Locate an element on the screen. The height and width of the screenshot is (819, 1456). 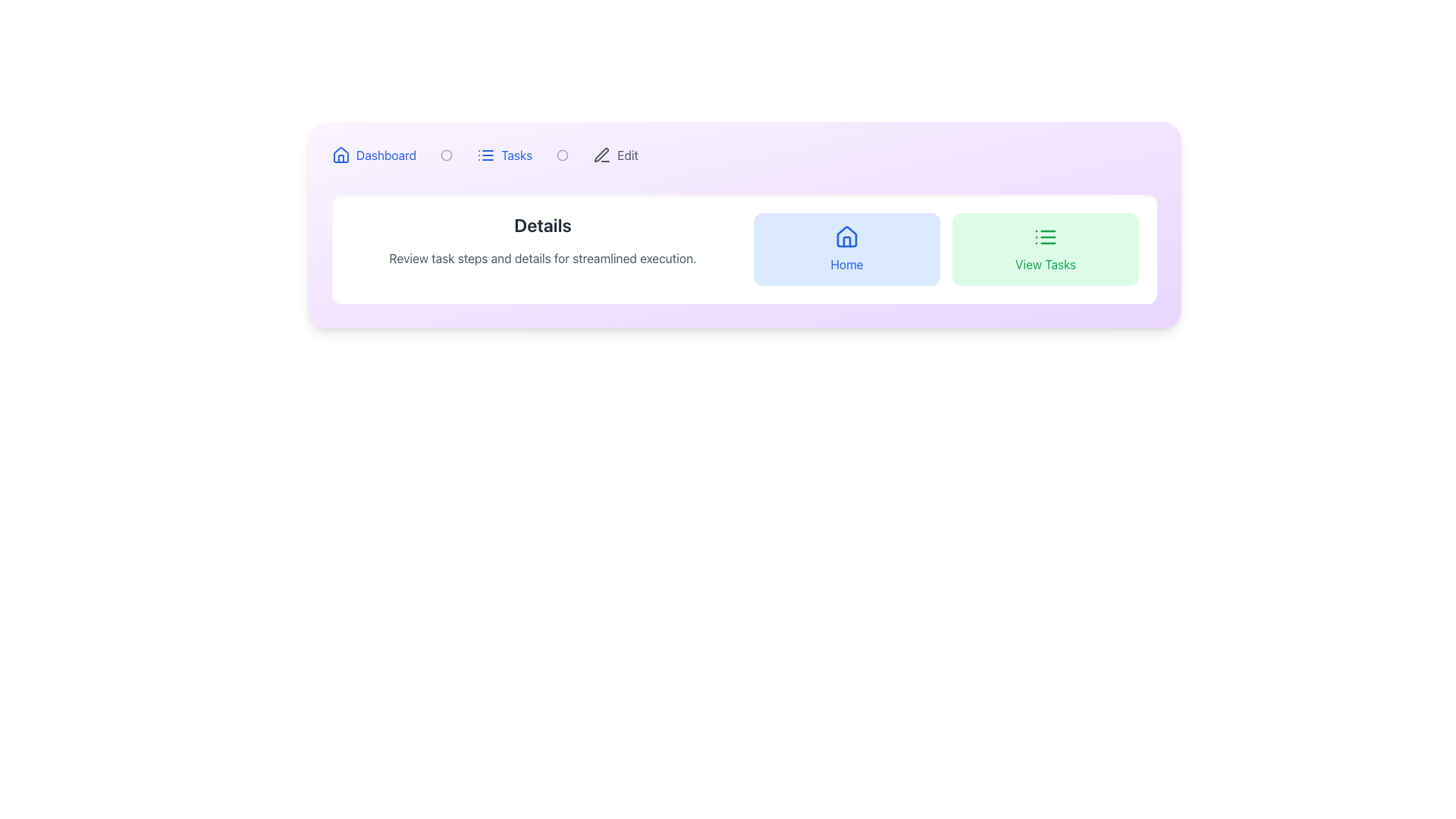
the 'Home' navigation button to observe its hover effects is located at coordinates (846, 248).